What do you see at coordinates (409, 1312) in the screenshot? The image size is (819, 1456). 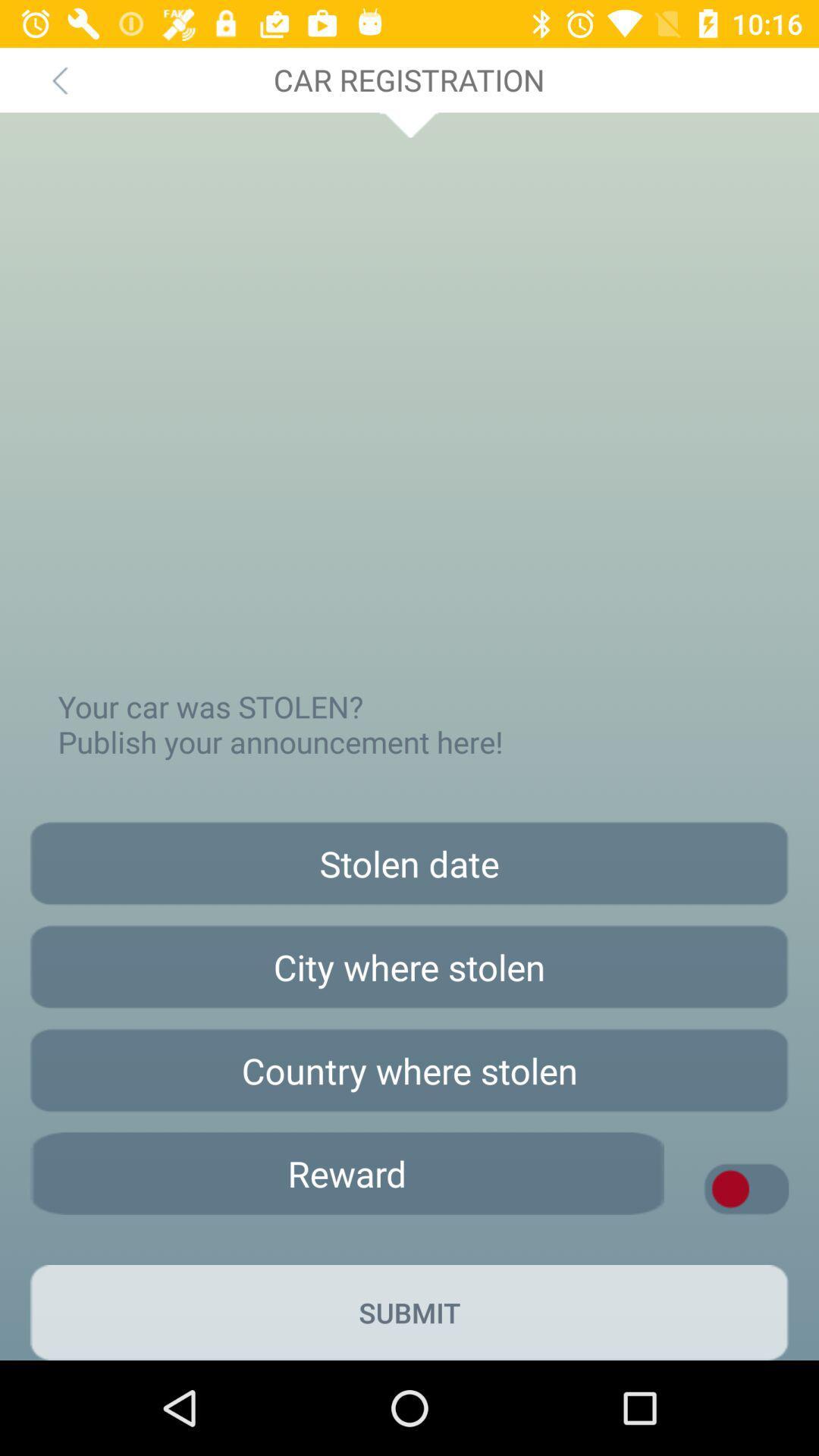 I see `the submit icon` at bounding box center [409, 1312].